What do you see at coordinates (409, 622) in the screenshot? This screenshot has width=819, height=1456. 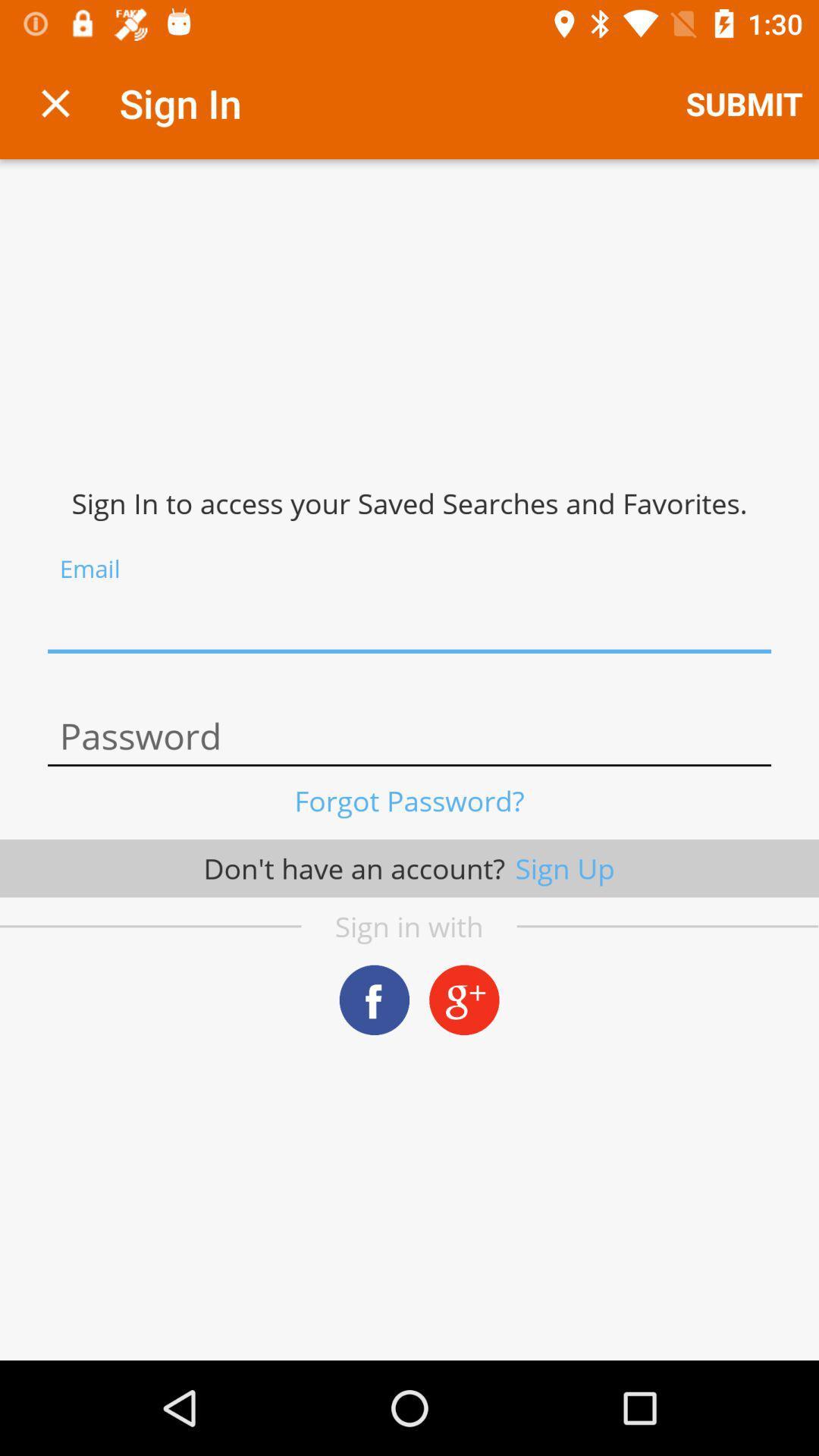 I see `sign up` at bounding box center [409, 622].